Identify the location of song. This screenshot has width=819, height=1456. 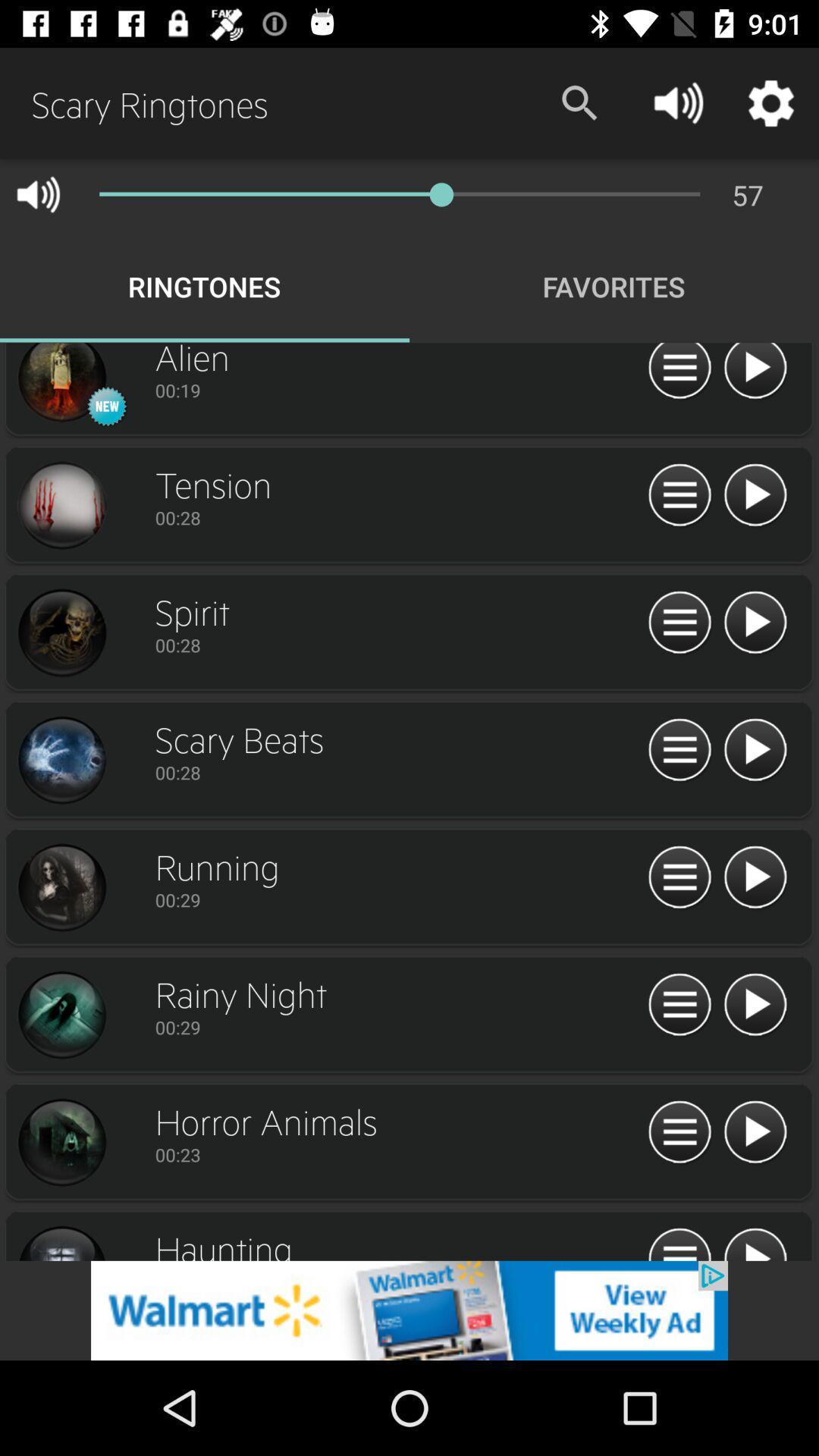
(755, 877).